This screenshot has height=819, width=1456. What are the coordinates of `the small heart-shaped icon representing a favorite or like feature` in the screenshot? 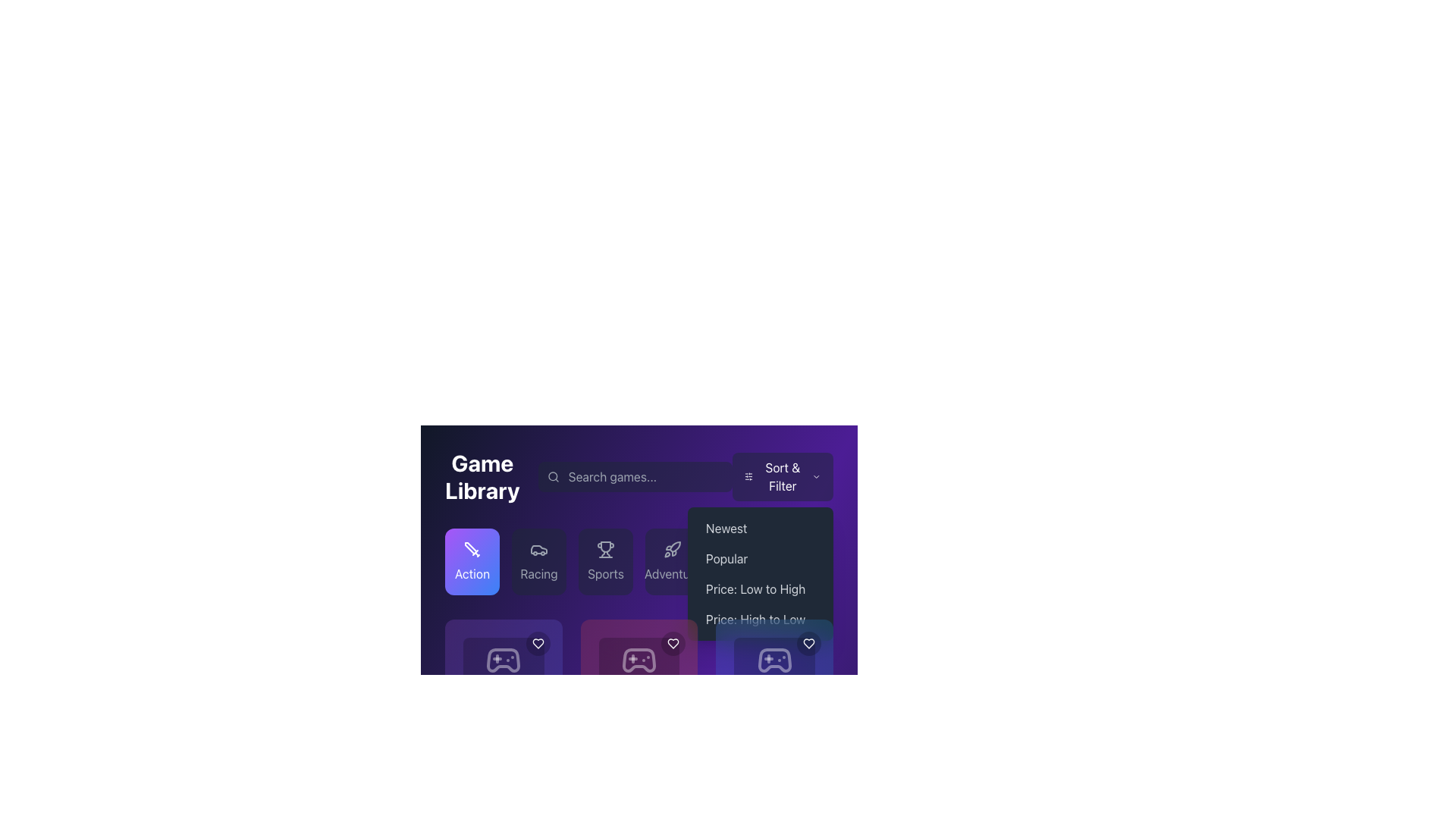 It's located at (808, 643).